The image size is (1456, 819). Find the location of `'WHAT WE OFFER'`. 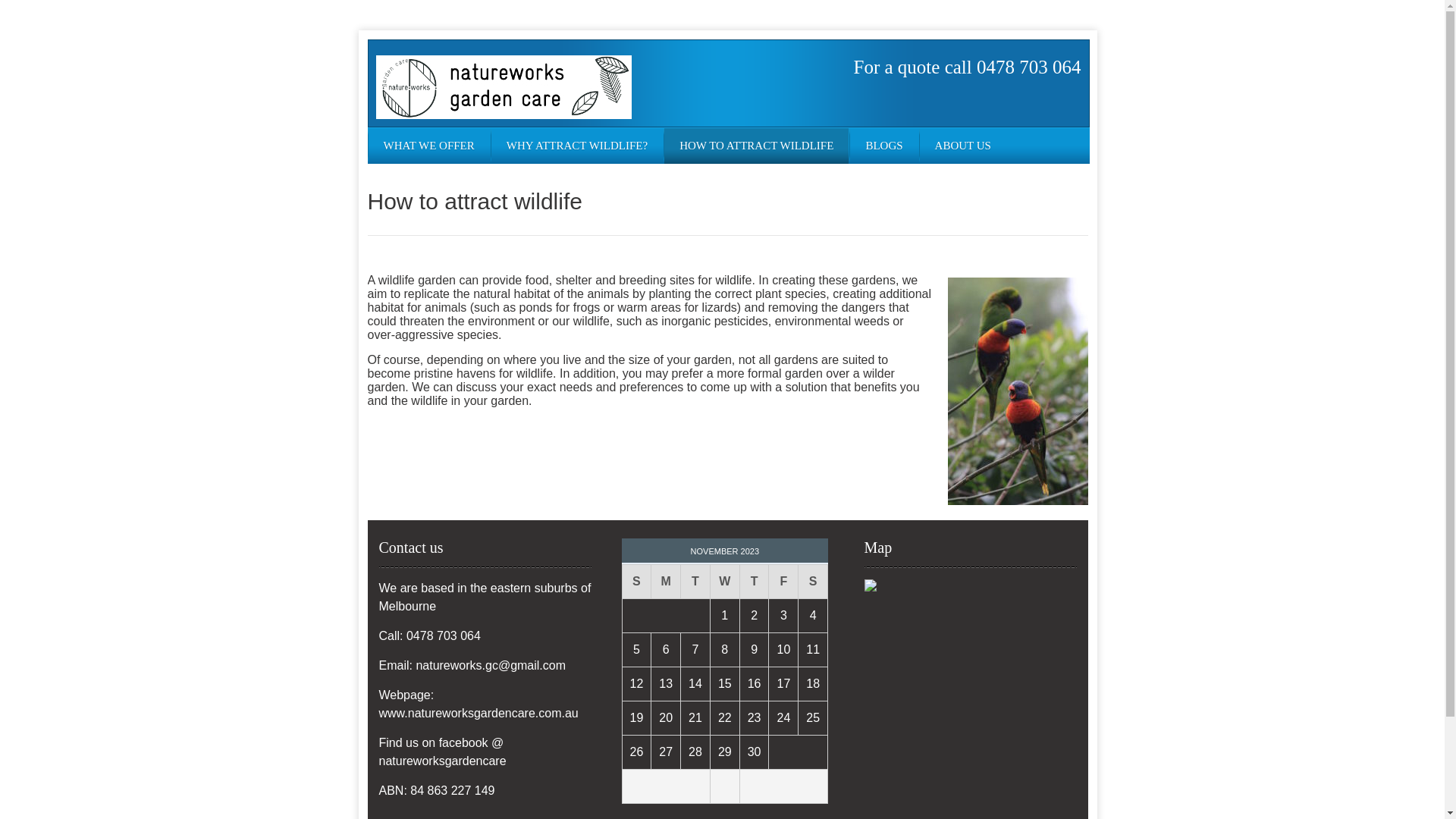

'WHAT WE OFFER' is located at coordinates (428, 146).